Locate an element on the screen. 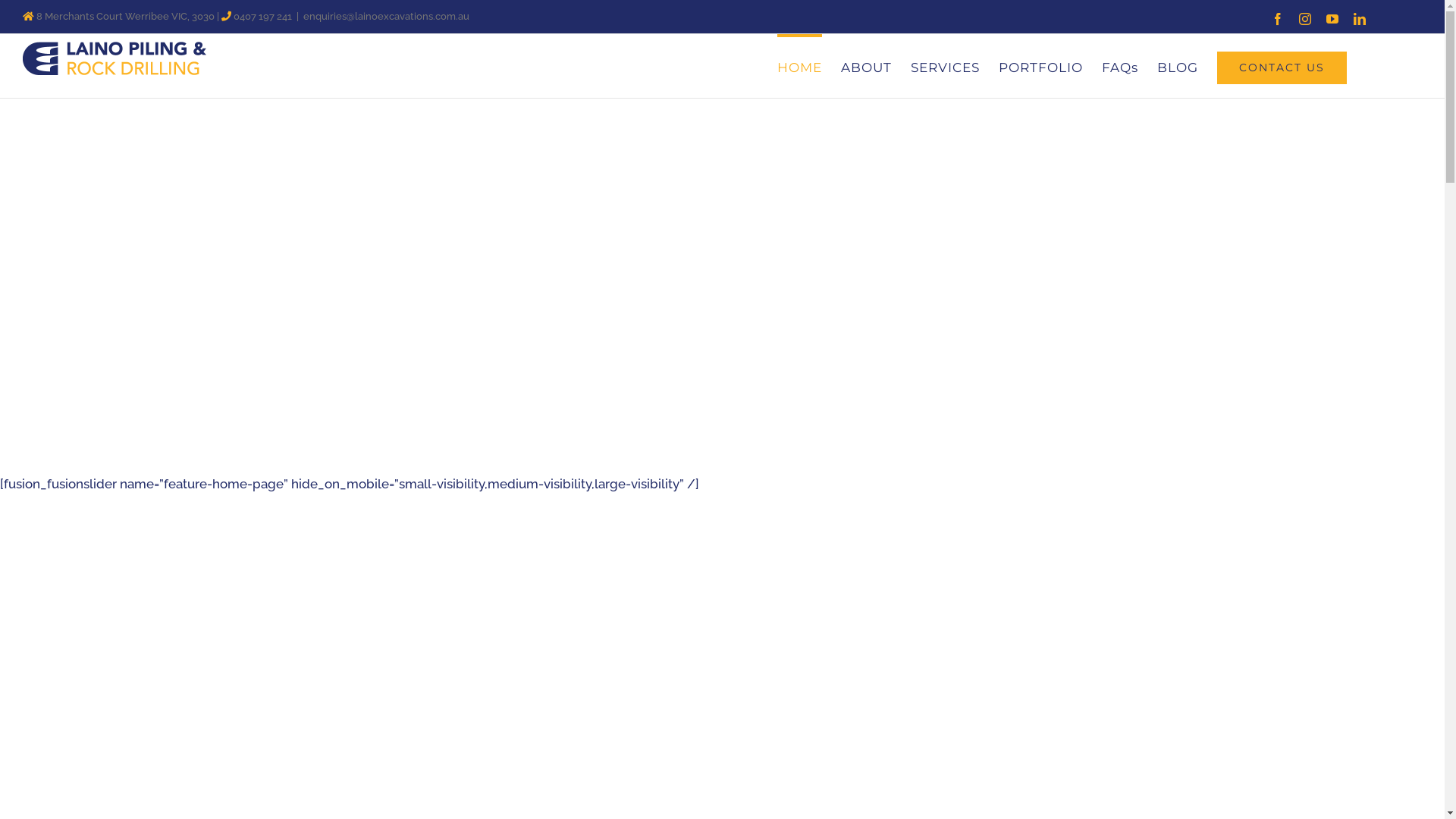 This screenshot has width=1456, height=819. 'Facebook' is located at coordinates (1276, 17).